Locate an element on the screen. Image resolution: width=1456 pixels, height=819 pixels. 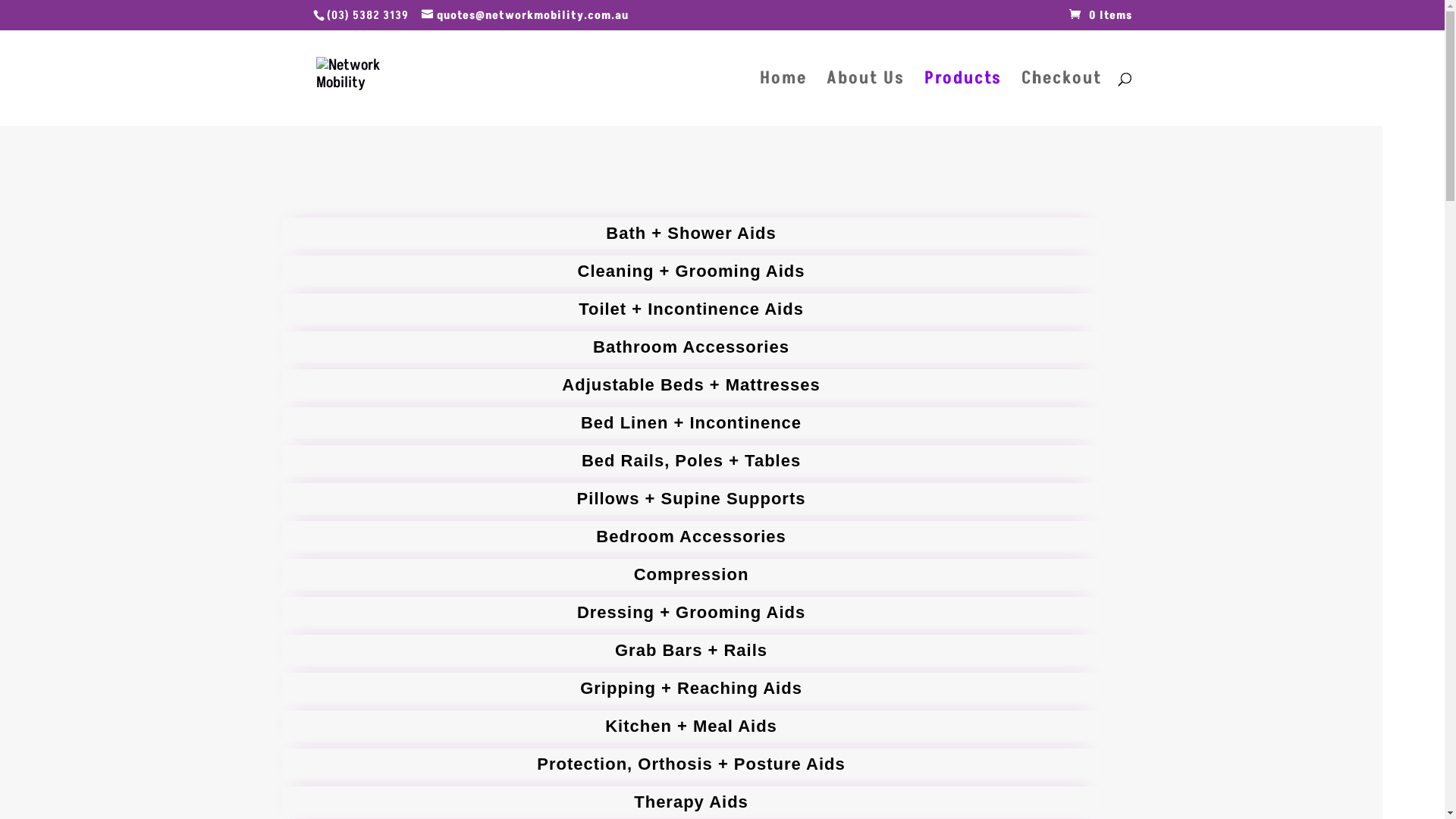
'Pillows + Supine Supports' is located at coordinates (691, 499).